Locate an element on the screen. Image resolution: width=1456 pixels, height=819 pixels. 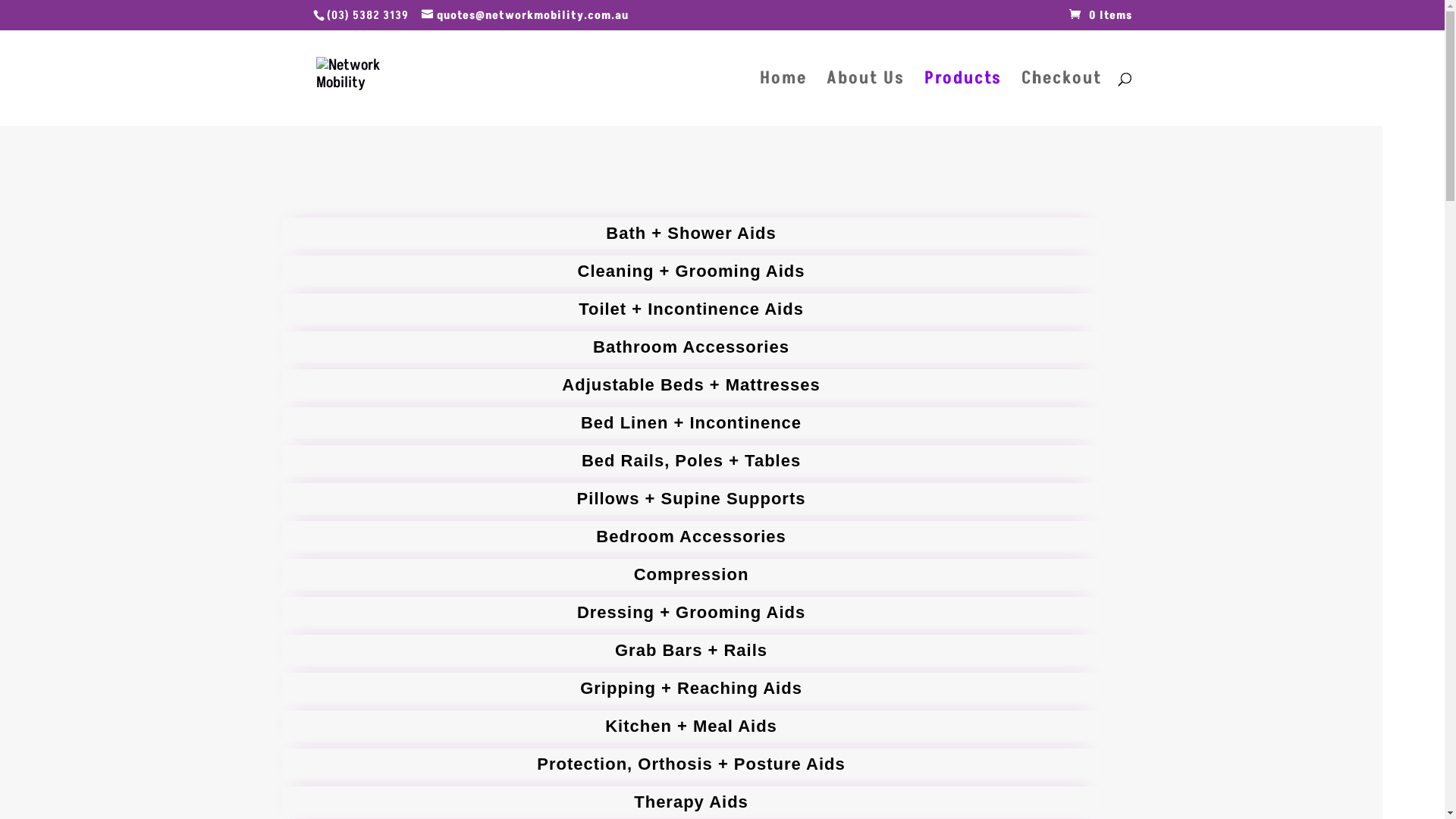
'Pillows + Supine Supports' is located at coordinates (691, 499).